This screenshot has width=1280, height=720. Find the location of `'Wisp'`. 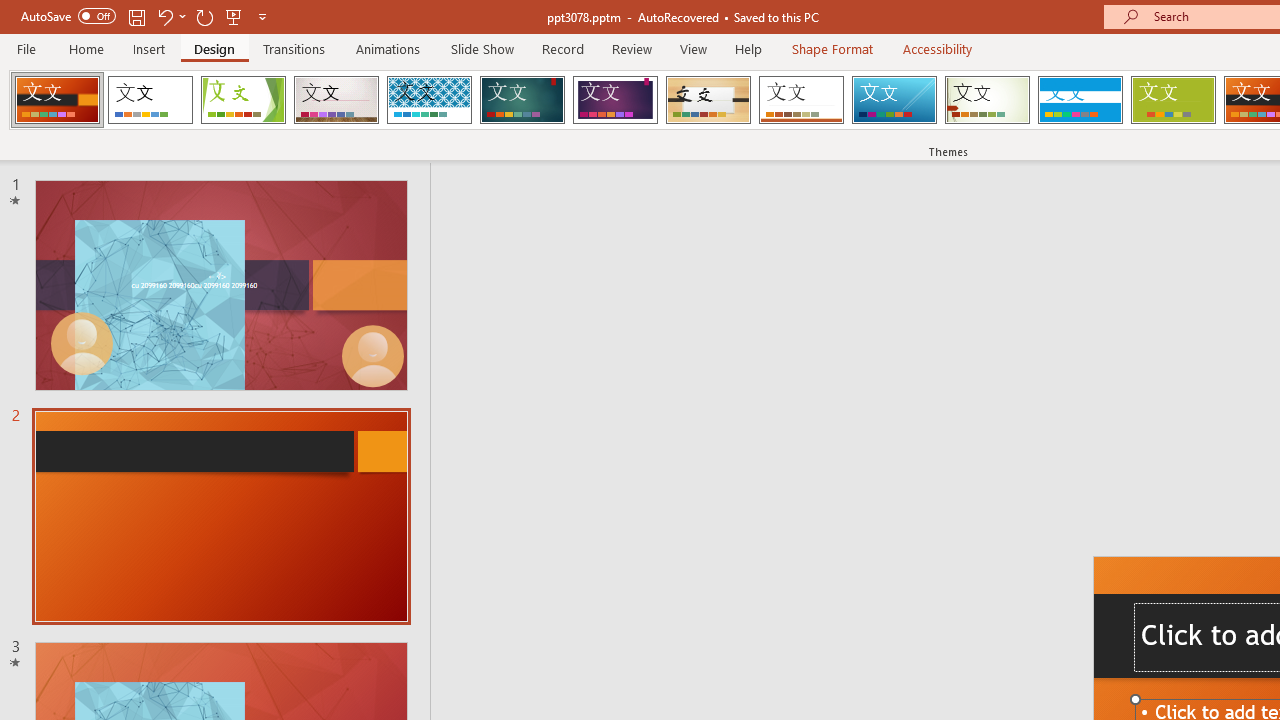

'Wisp' is located at coordinates (987, 100).